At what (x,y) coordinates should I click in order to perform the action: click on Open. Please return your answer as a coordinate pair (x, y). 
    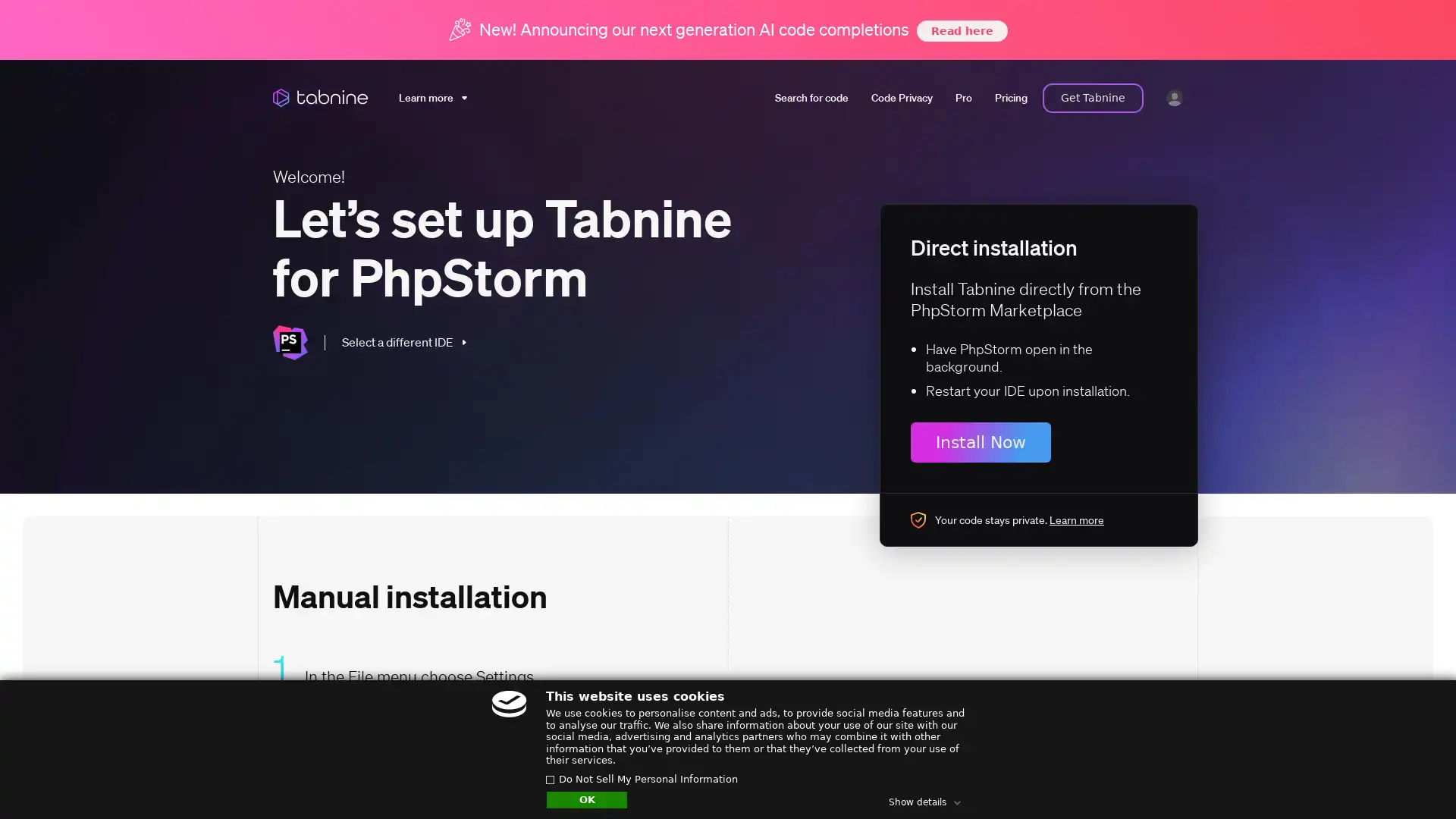
    Looking at the image, I should click on (1410, 778).